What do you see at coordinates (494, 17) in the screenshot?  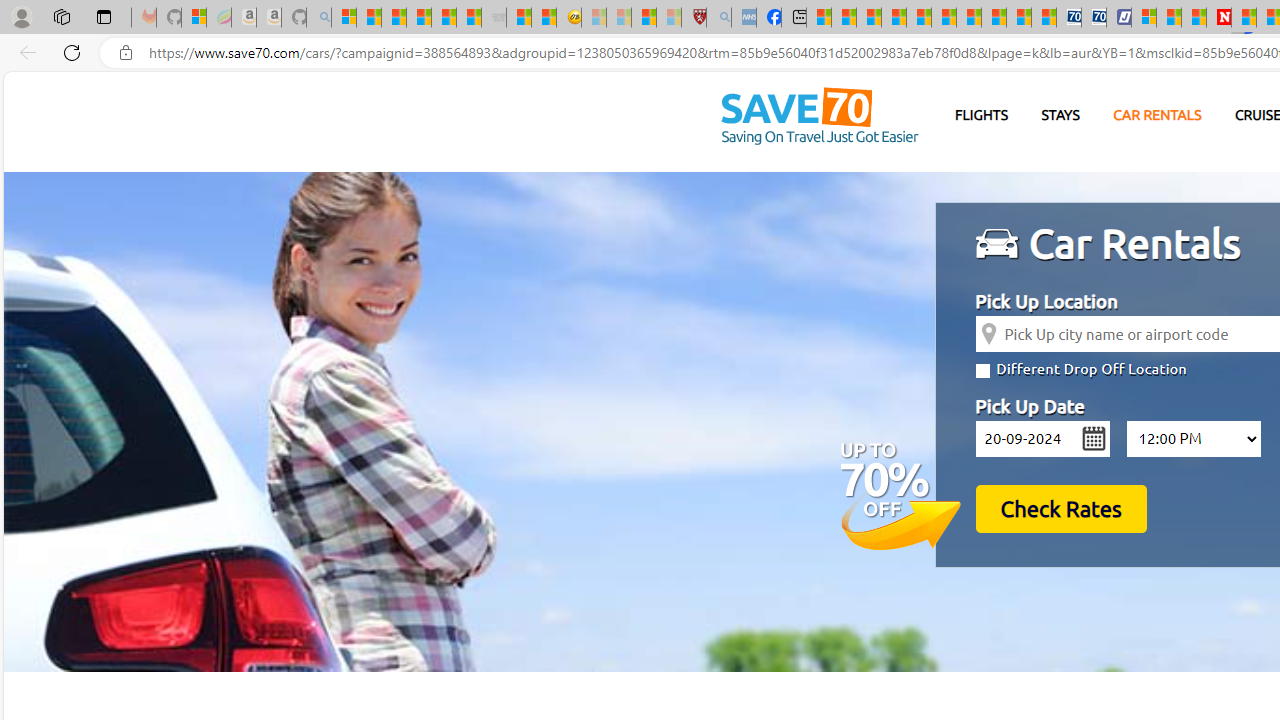 I see `'Combat Siege - Sleeping'` at bounding box center [494, 17].